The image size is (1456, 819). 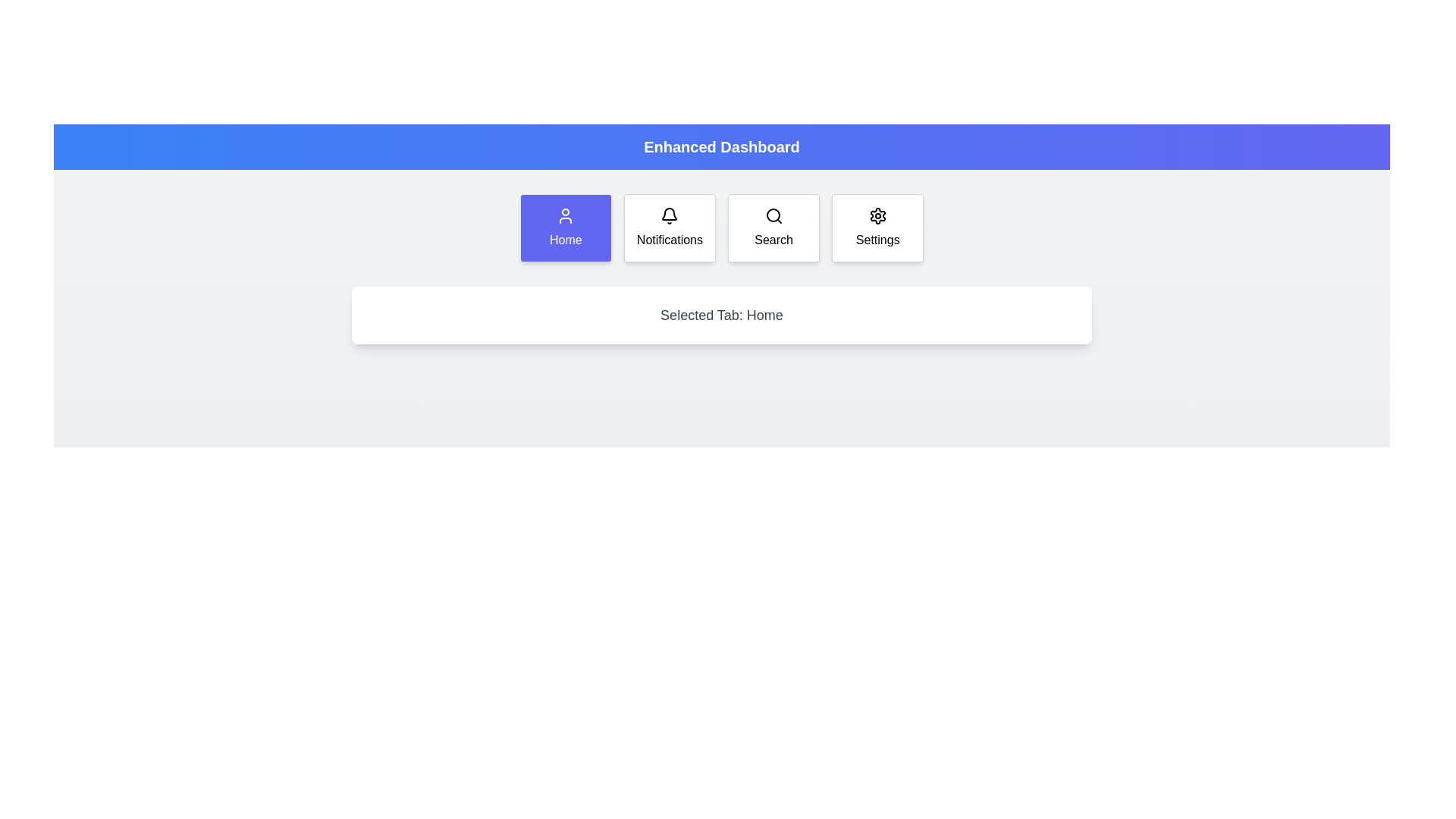 What do you see at coordinates (773, 227) in the screenshot?
I see `the third button in a row of four buttons, located between the 'Notifications' and 'Settings' buttons, to provide visual feedback` at bounding box center [773, 227].